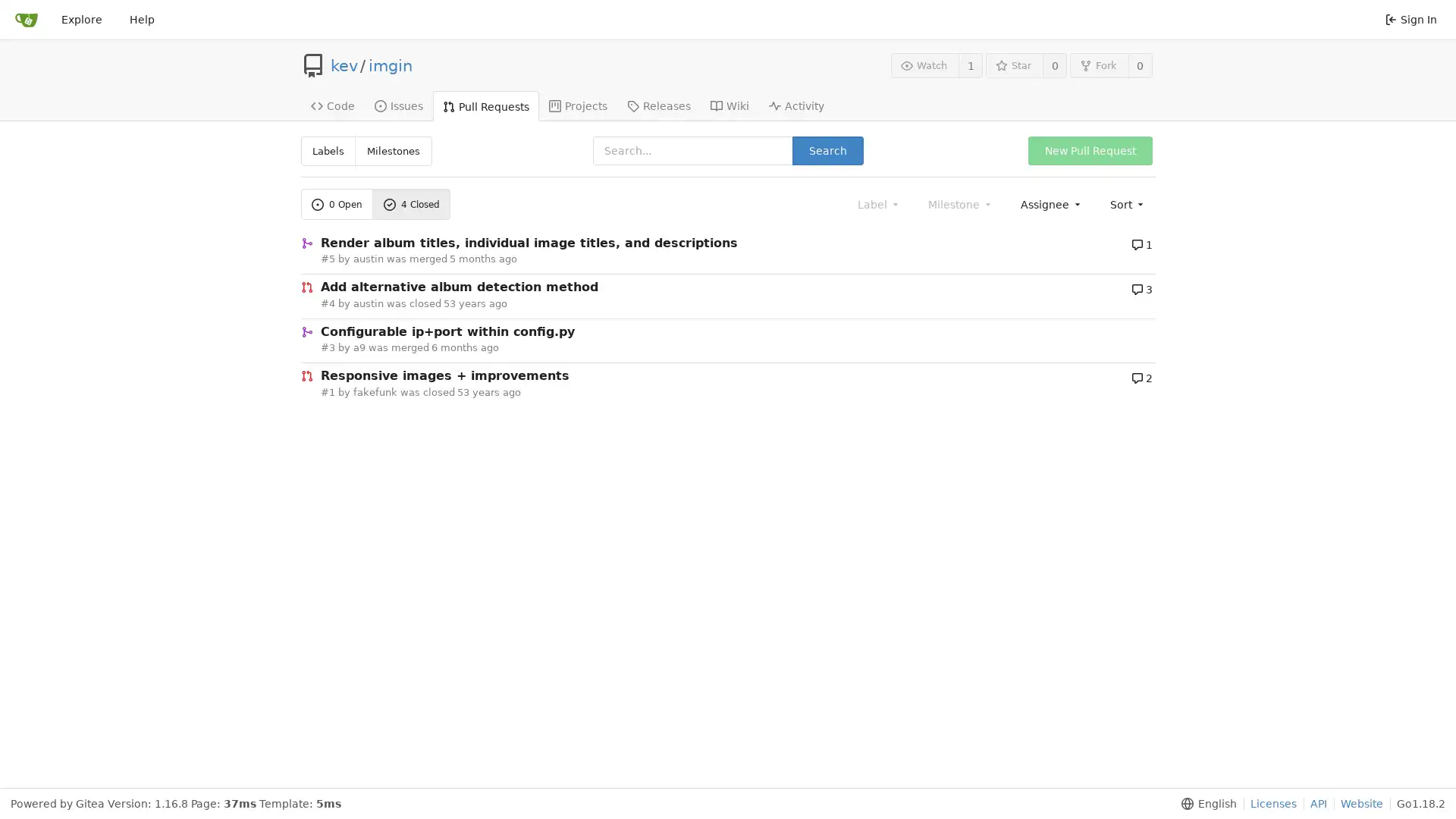 This screenshot has width=1456, height=819. What do you see at coordinates (924, 64) in the screenshot?
I see `Watch` at bounding box center [924, 64].